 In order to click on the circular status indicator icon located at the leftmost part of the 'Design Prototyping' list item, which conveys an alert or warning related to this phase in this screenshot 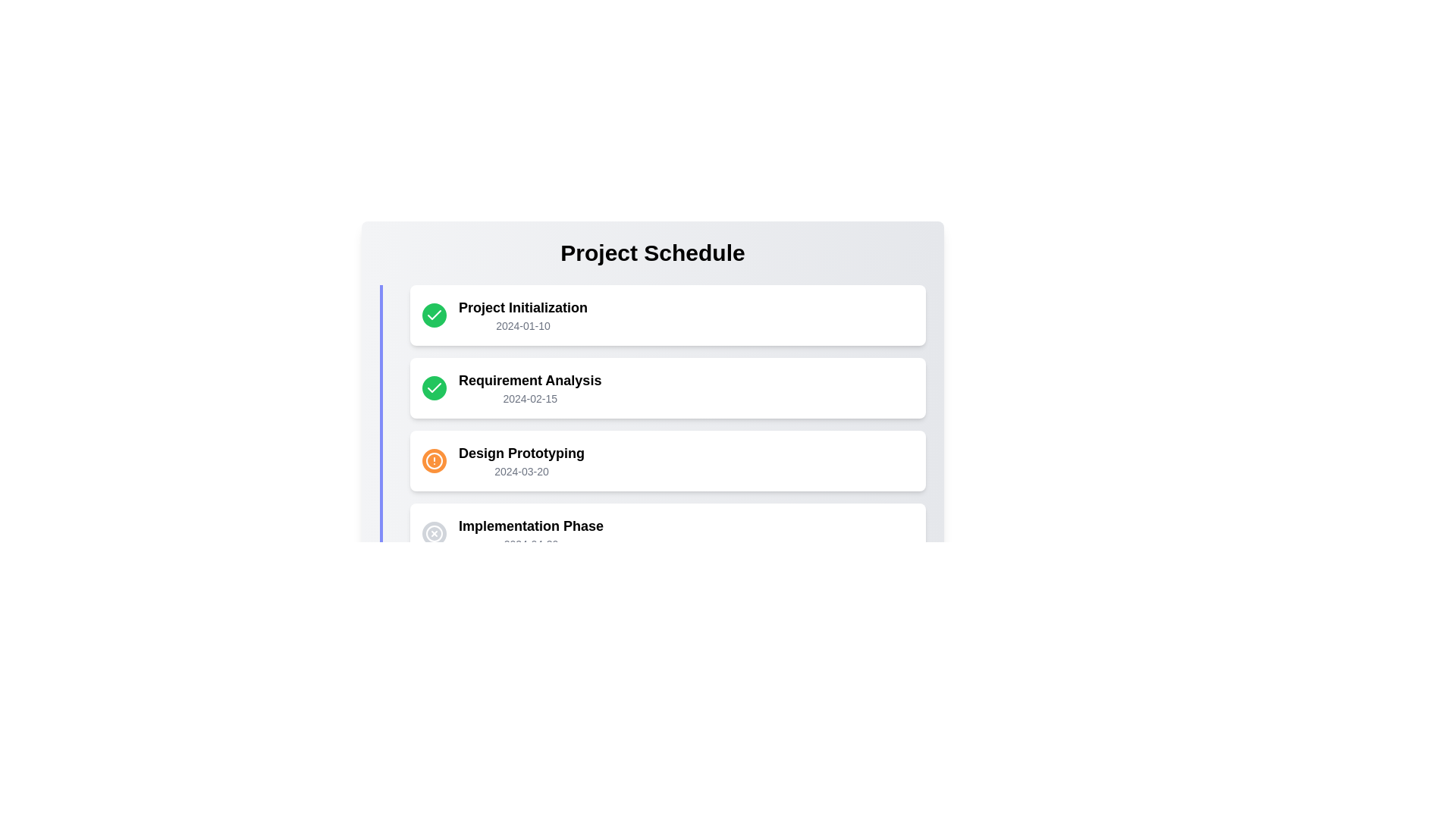, I will do `click(433, 460)`.